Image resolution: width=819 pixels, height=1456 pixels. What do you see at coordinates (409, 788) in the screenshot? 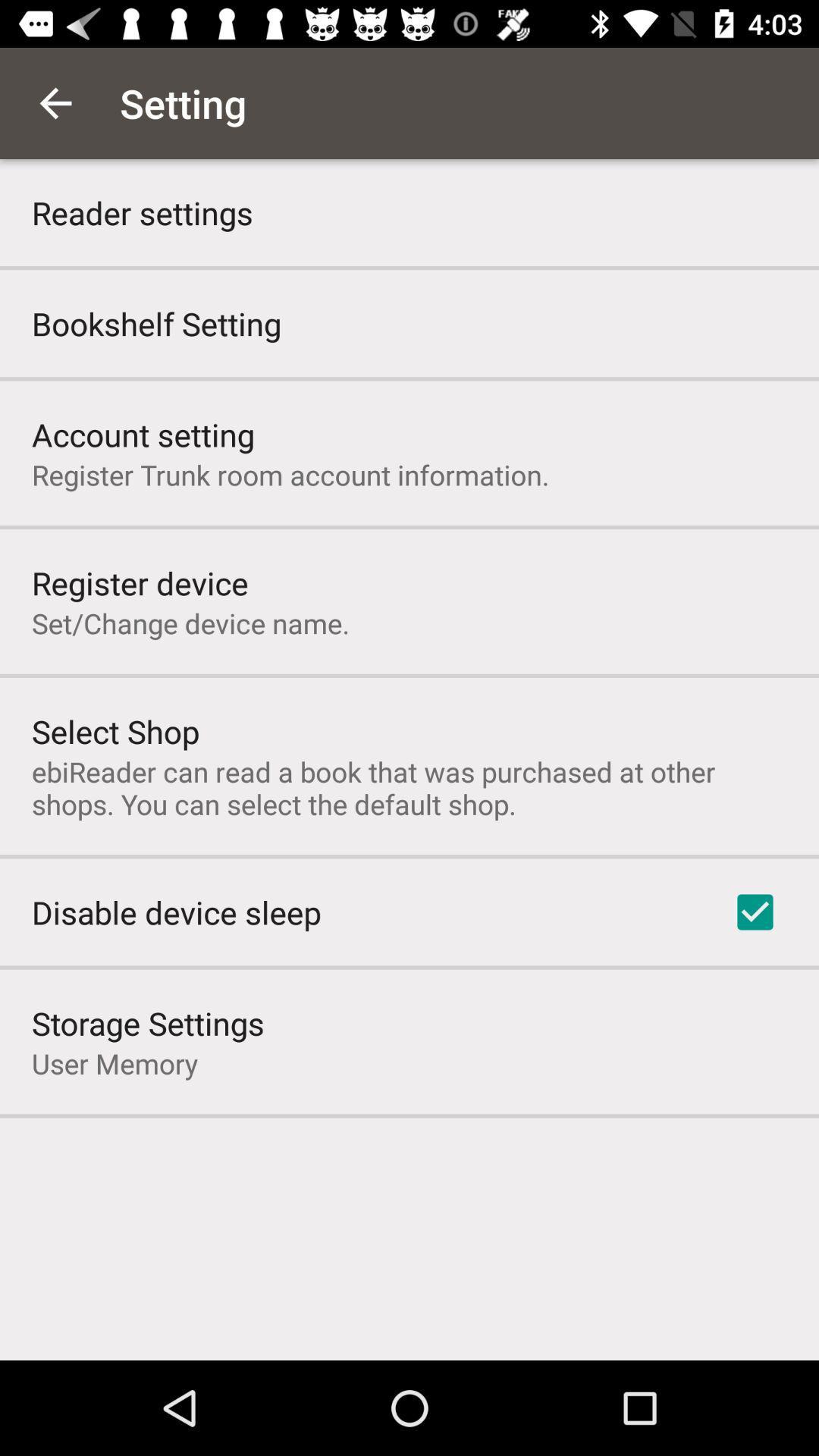
I see `item at the center` at bounding box center [409, 788].